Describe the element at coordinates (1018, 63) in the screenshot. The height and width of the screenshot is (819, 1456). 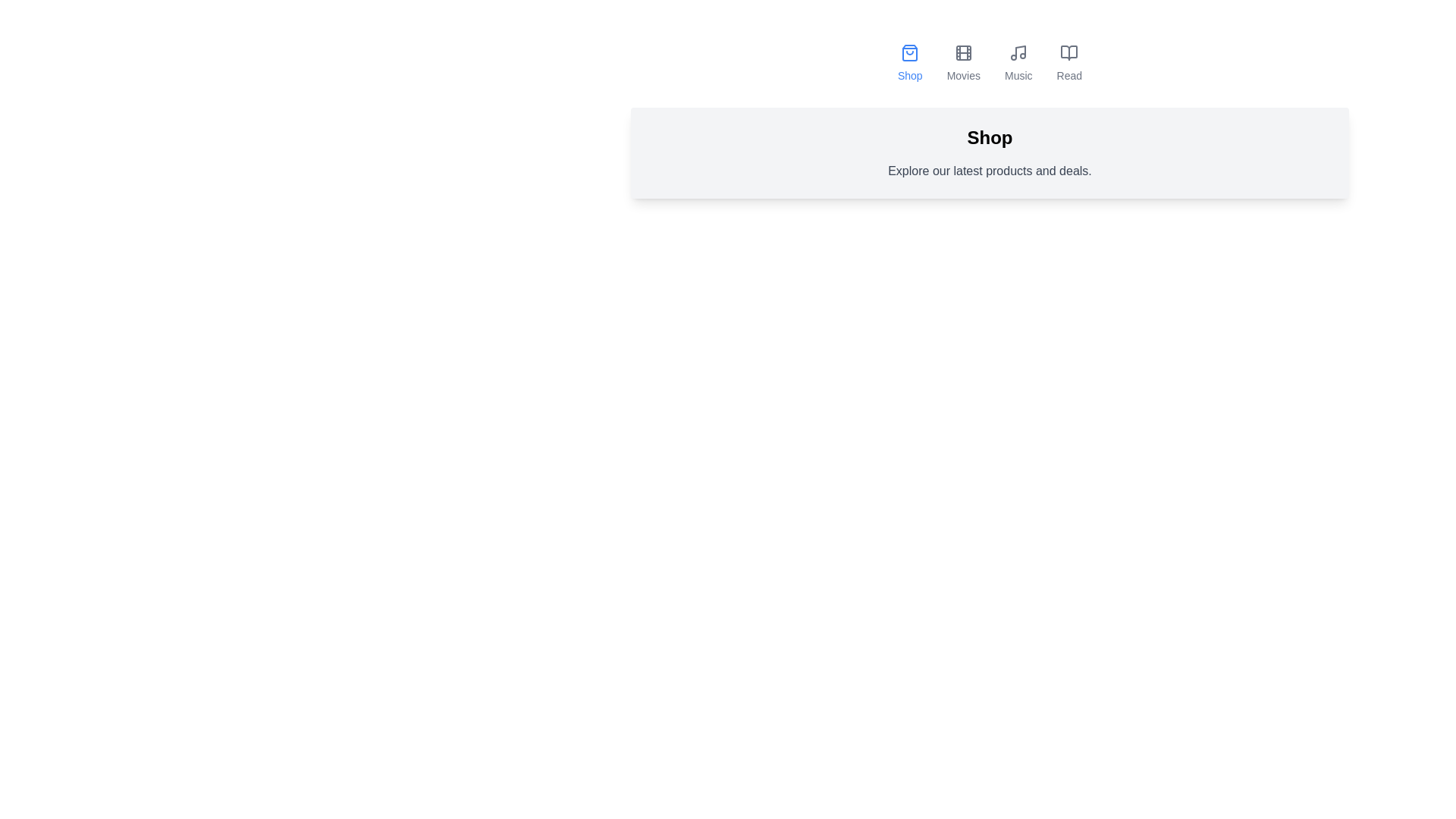
I see `the tab labeled Music` at that location.